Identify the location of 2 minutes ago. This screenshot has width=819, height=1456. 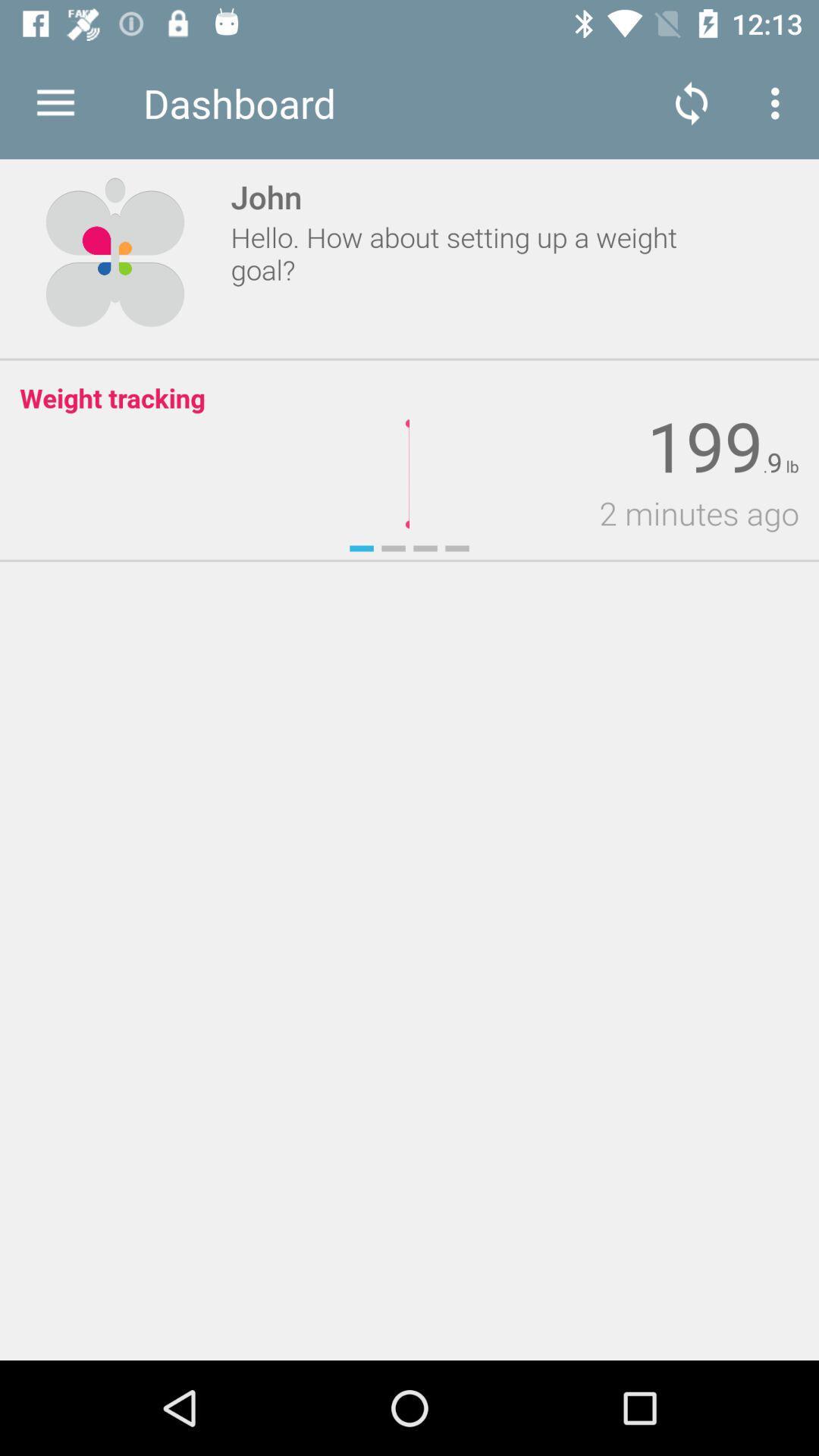
(603, 513).